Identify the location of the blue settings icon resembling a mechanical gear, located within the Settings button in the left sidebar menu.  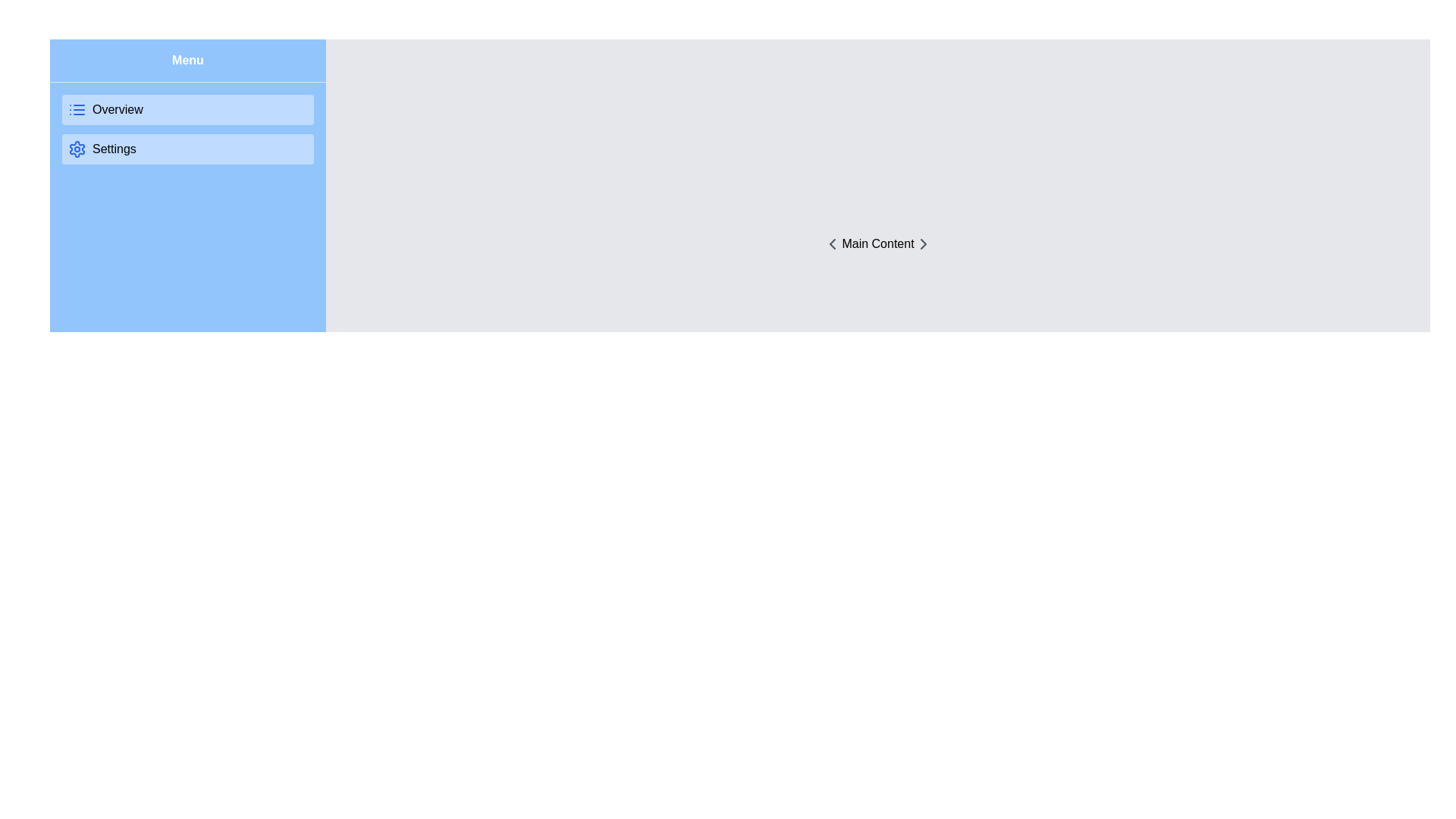
(76, 149).